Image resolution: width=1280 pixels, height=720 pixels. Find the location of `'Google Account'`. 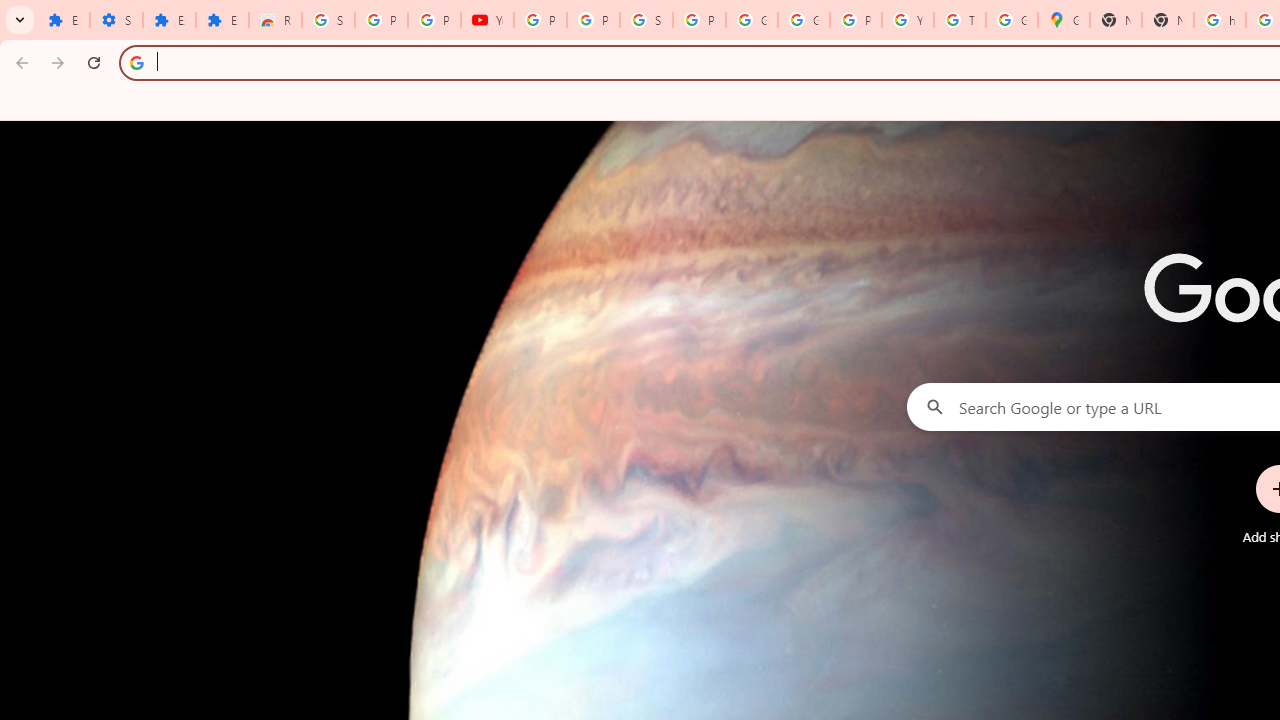

'Google Account' is located at coordinates (751, 20).